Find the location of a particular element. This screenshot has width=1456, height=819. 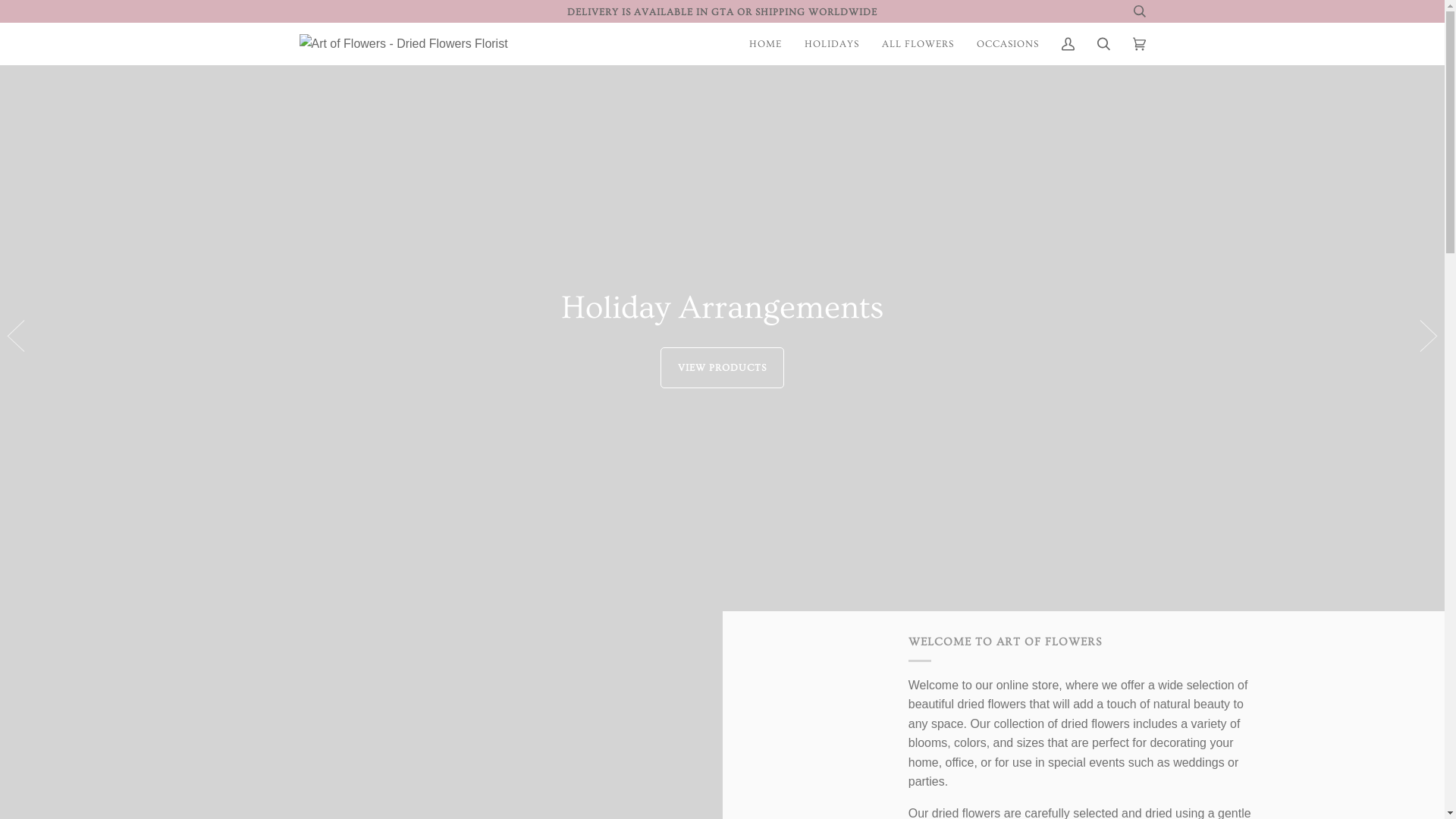

'My Account' is located at coordinates (1048, 42).